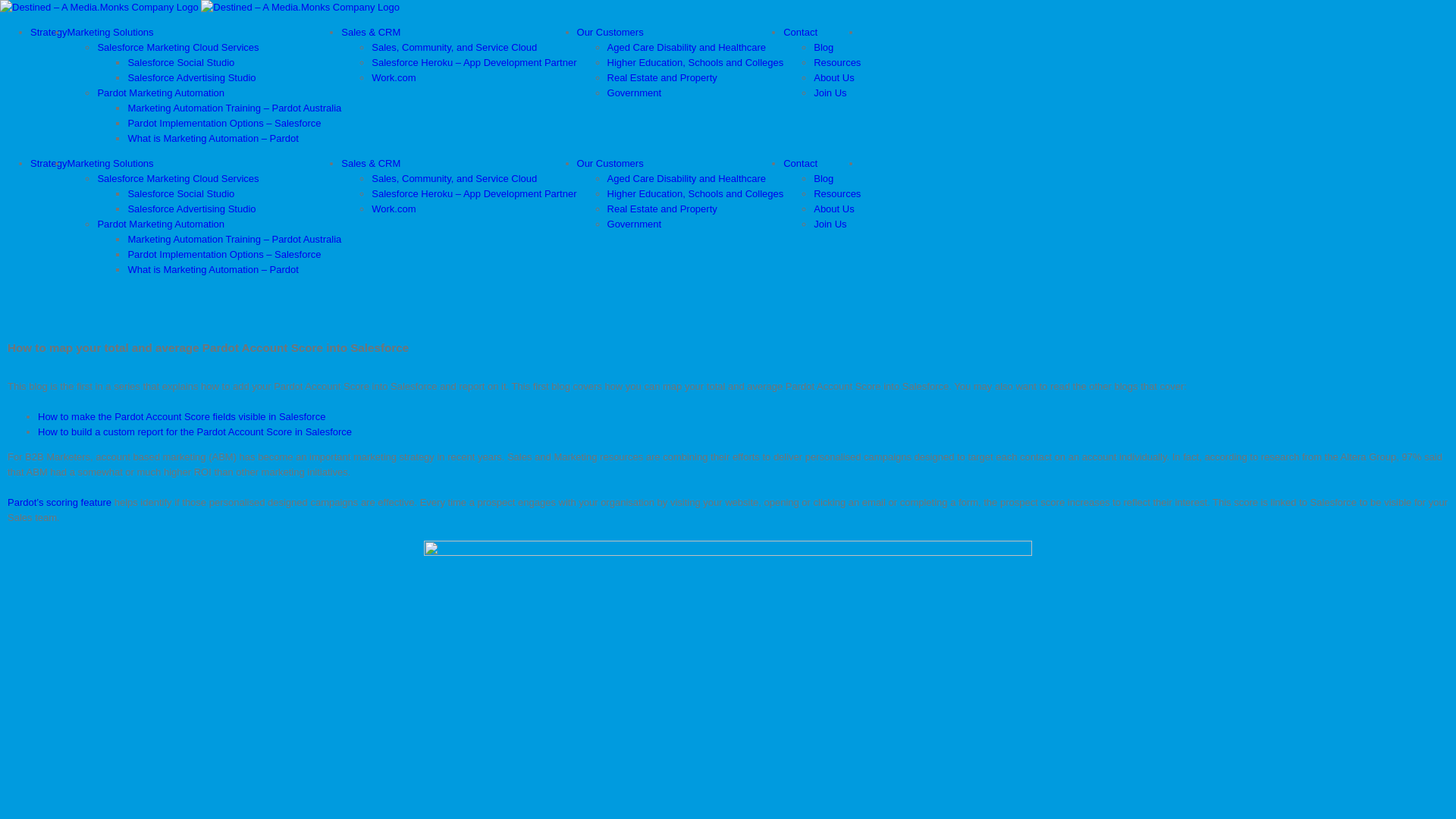 This screenshot has height=819, width=1456. What do you see at coordinates (833, 209) in the screenshot?
I see `'About Us'` at bounding box center [833, 209].